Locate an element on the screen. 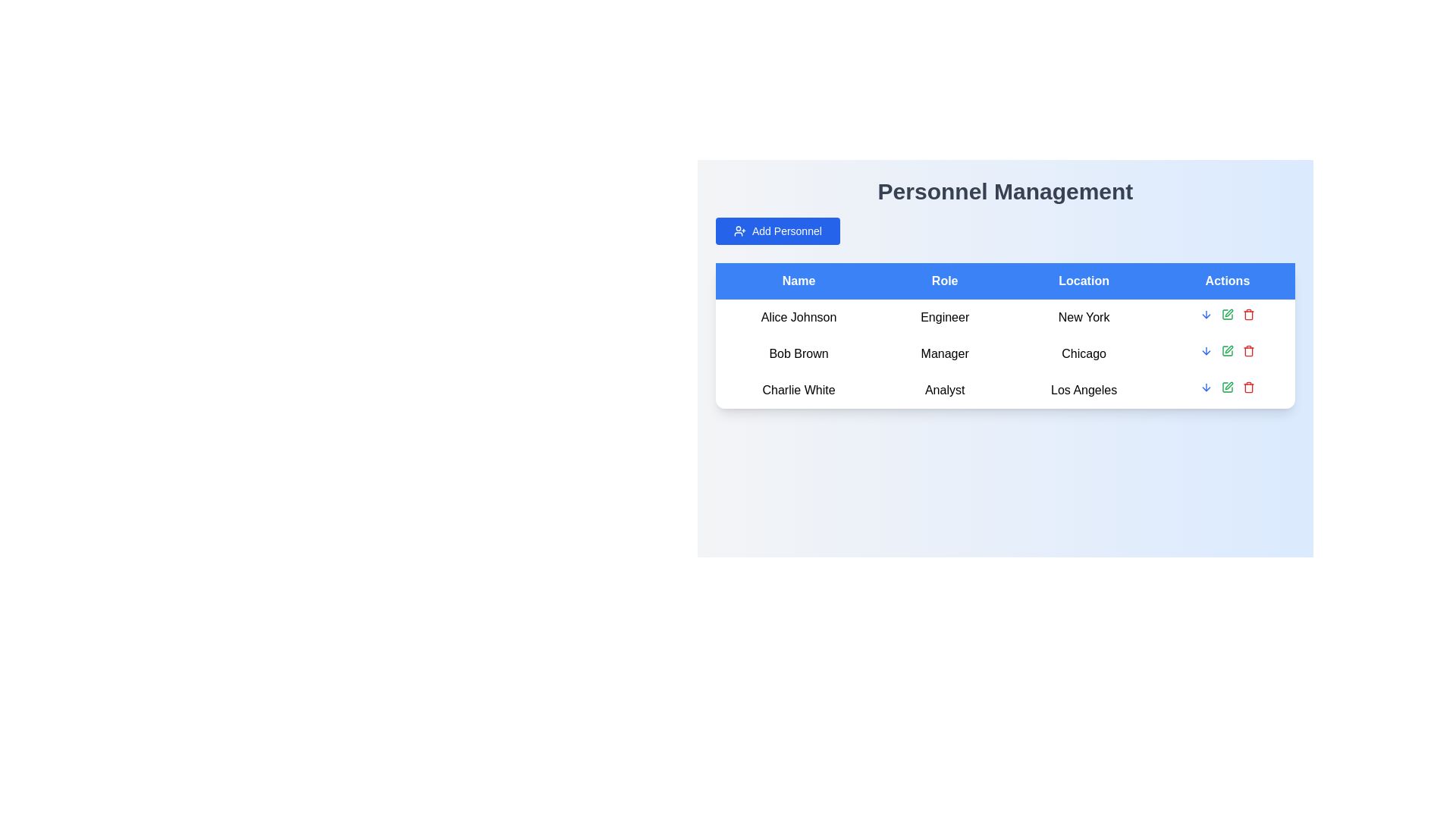  the green pen icon button located in the second row of the 'Actions' column in the table to initiate edit mode is located at coordinates (1227, 350).